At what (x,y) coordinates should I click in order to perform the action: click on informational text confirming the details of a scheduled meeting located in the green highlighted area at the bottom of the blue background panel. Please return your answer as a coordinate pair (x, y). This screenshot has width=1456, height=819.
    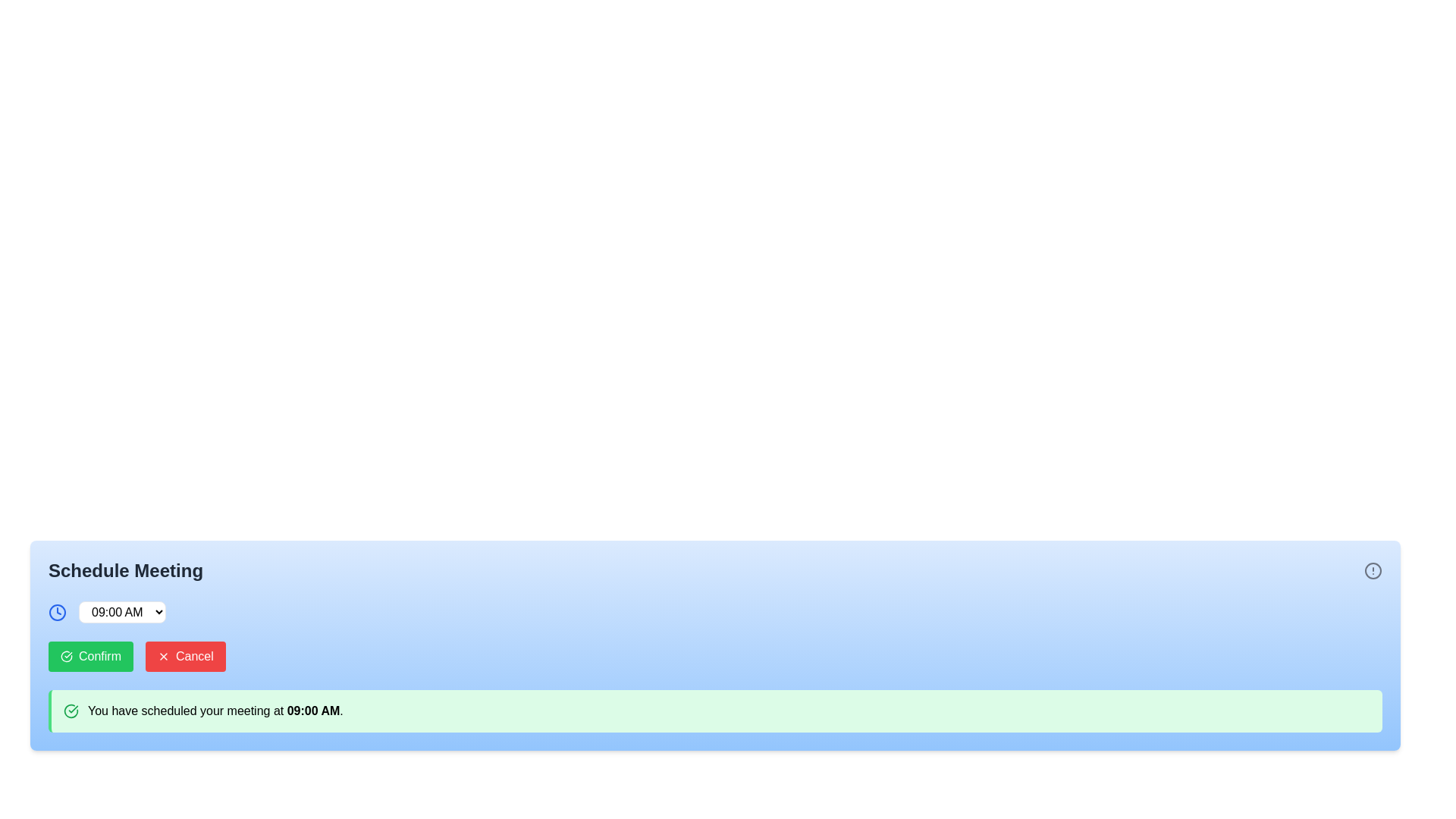
    Looking at the image, I should click on (215, 711).